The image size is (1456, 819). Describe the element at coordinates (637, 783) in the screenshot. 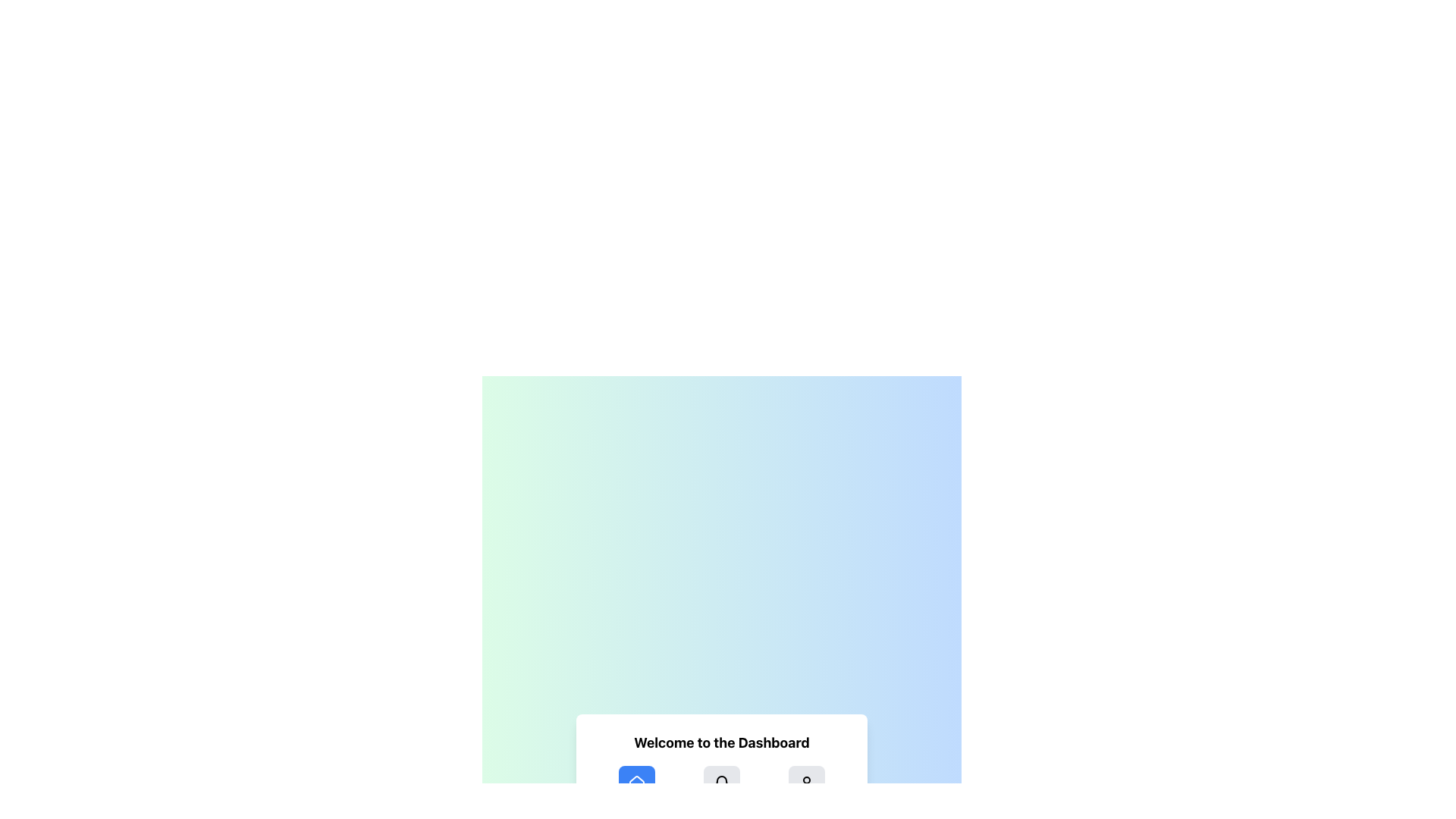

I see `the small house icon with a blue background and white details, located in the bottom-left area of the central panel` at that location.